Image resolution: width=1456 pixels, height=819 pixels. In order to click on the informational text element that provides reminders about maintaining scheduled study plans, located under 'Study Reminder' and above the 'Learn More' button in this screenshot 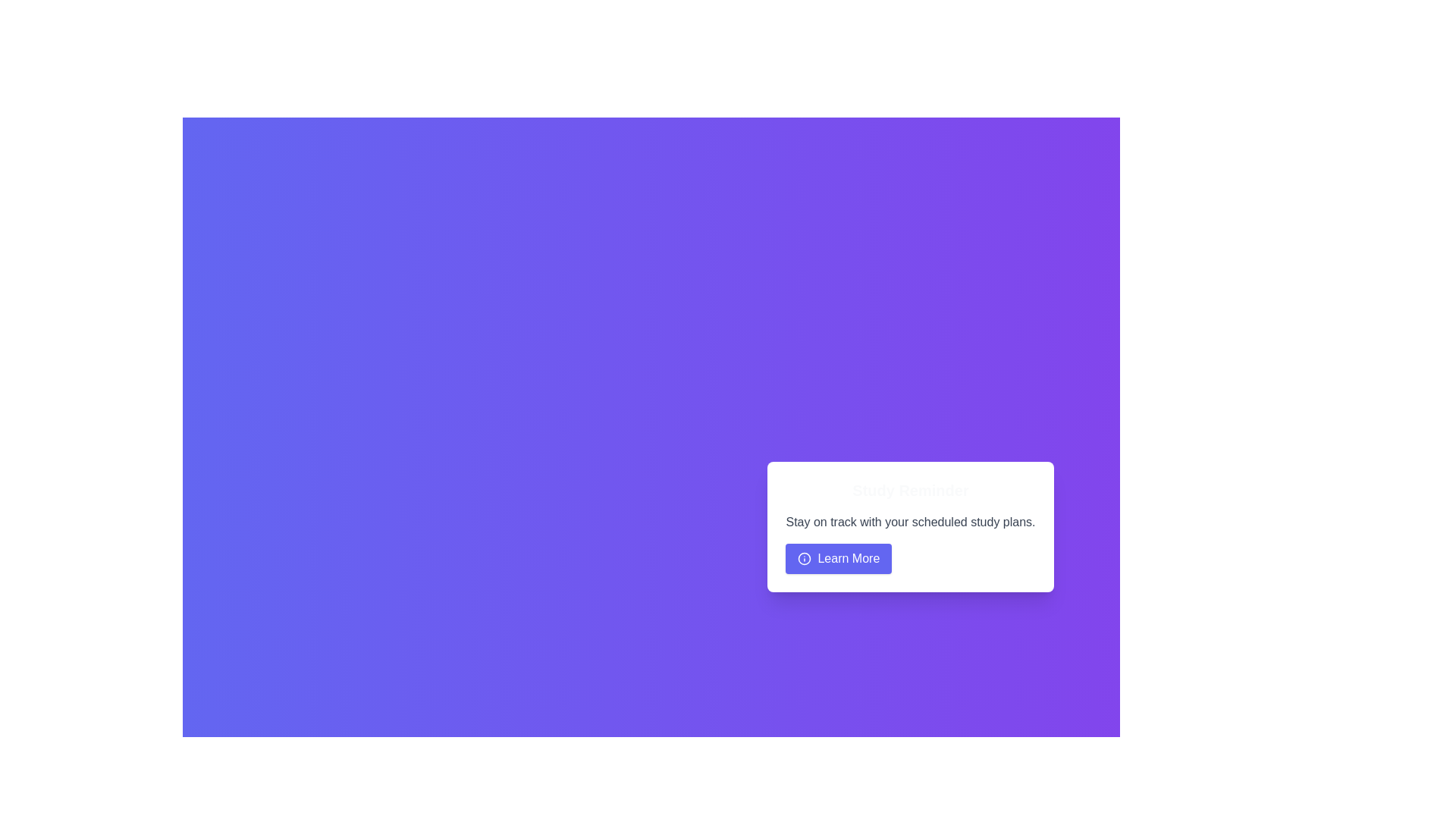, I will do `click(910, 522)`.